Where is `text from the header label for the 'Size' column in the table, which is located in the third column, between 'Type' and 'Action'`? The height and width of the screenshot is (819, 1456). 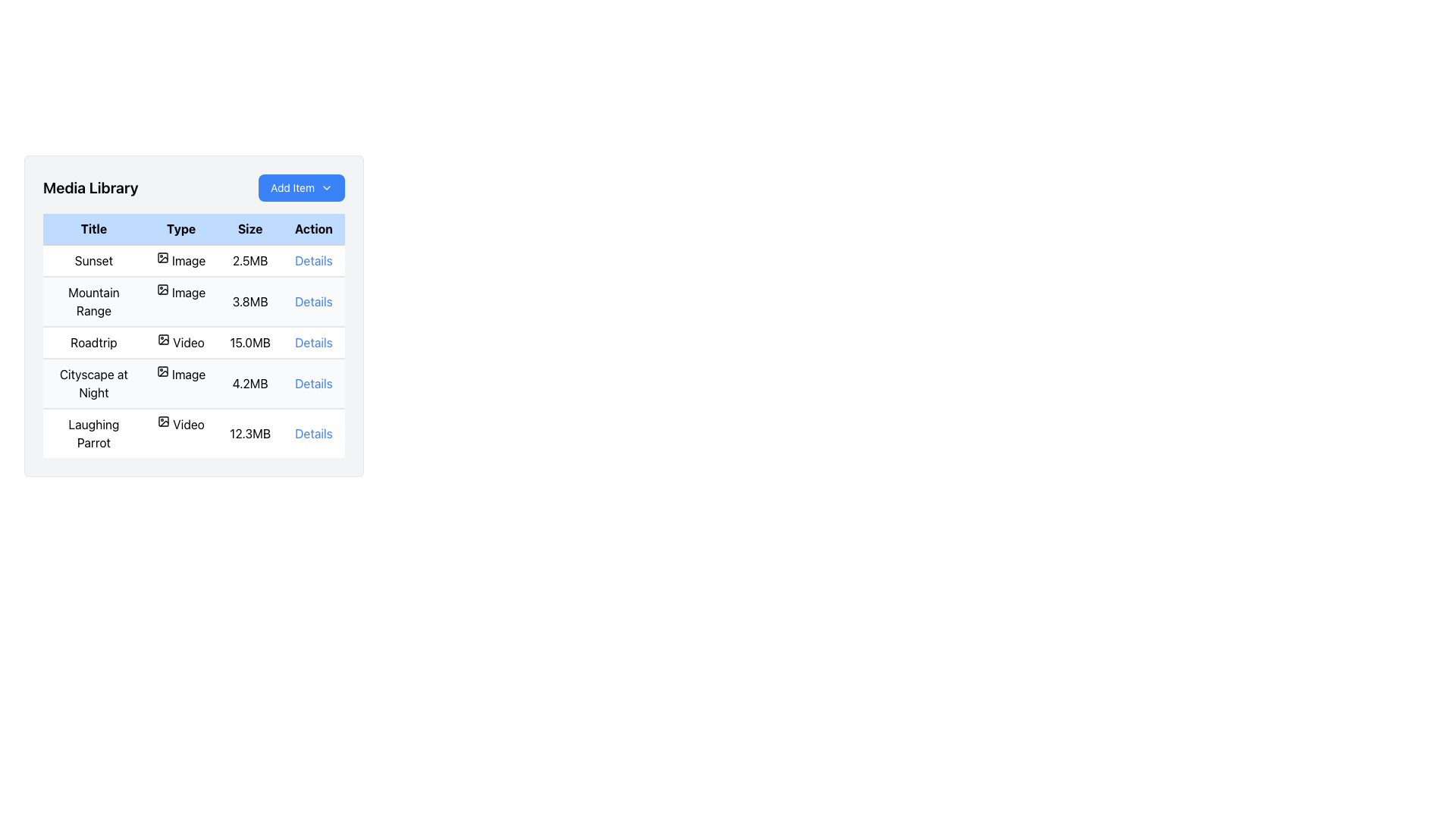
text from the header label for the 'Size' column in the table, which is located in the third column, between 'Type' and 'Action' is located at coordinates (250, 229).